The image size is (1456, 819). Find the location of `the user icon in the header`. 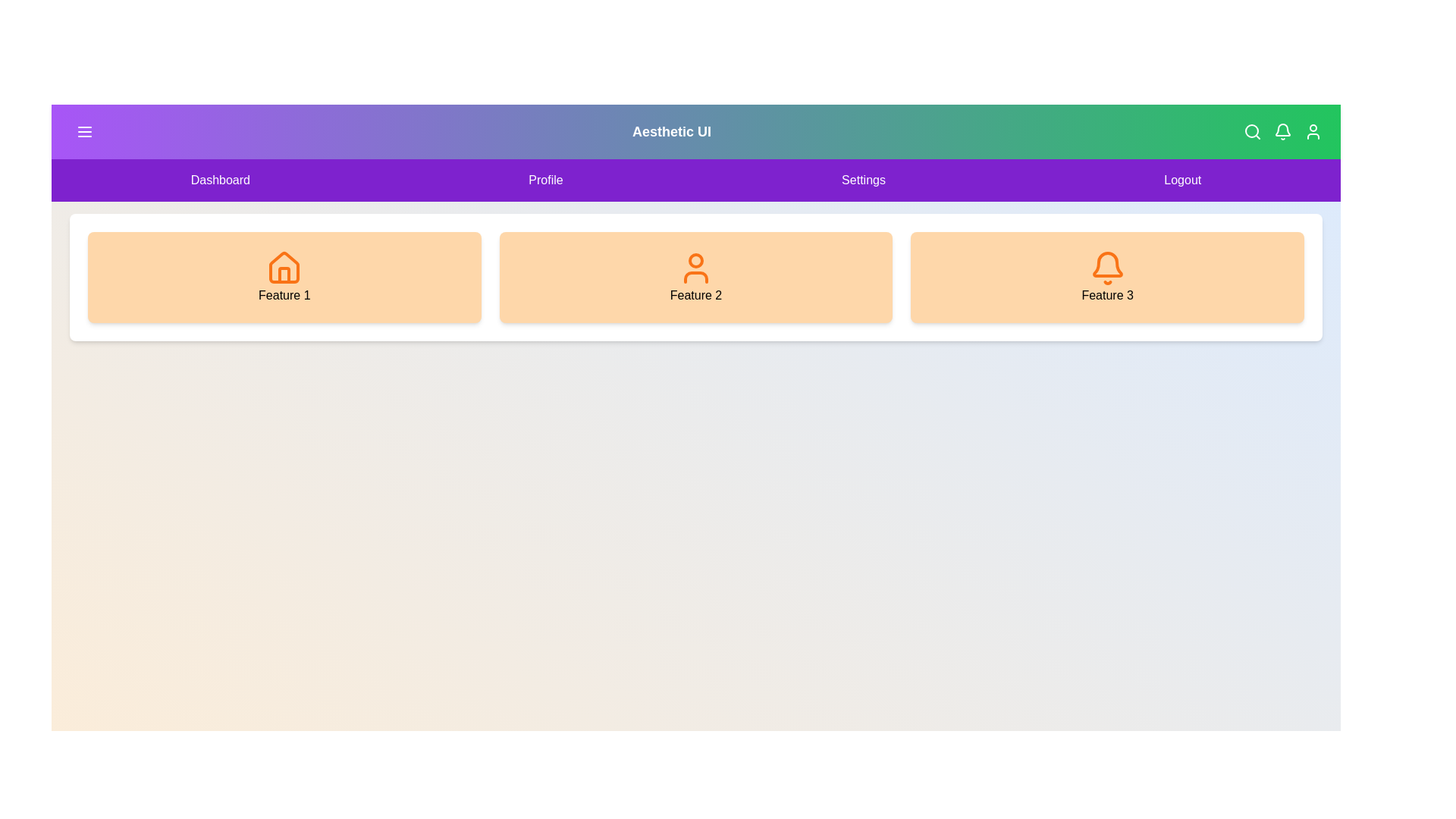

the user icon in the header is located at coordinates (1313, 130).